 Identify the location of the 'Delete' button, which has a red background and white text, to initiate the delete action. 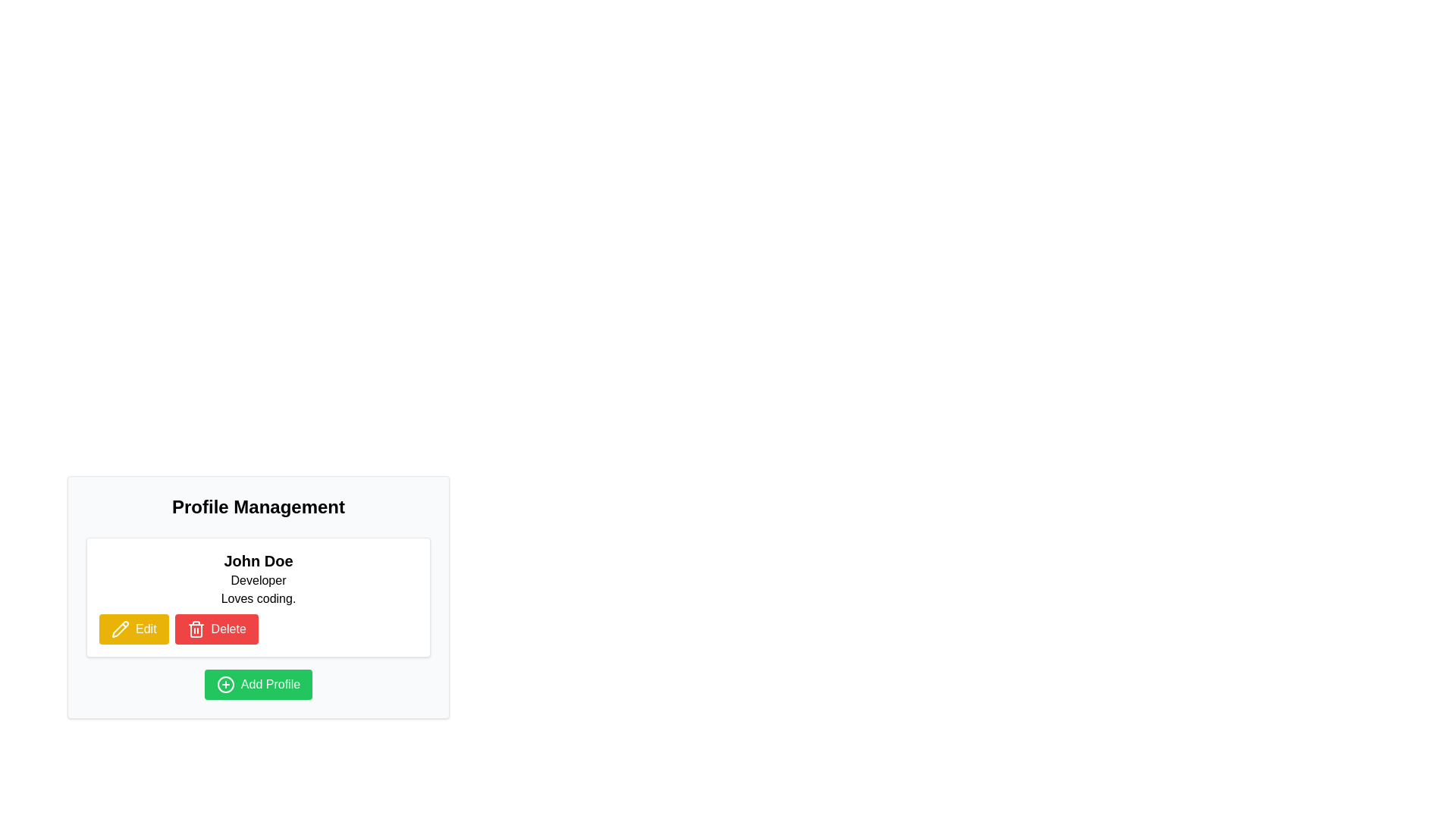
(215, 629).